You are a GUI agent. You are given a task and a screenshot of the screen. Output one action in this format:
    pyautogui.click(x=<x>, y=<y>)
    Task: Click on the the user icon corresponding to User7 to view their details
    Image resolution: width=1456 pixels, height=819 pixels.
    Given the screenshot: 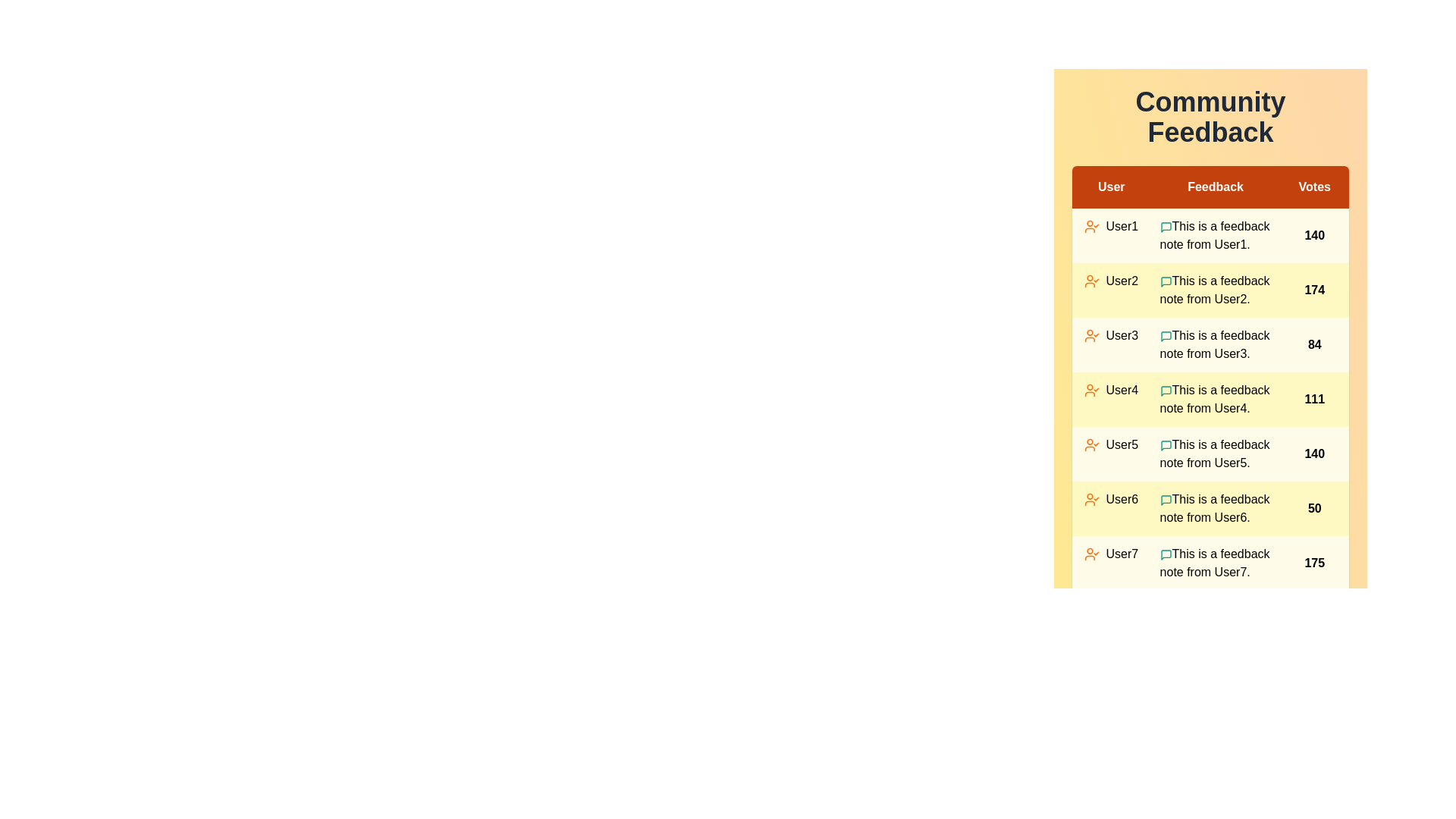 What is the action you would take?
    pyautogui.click(x=1092, y=554)
    